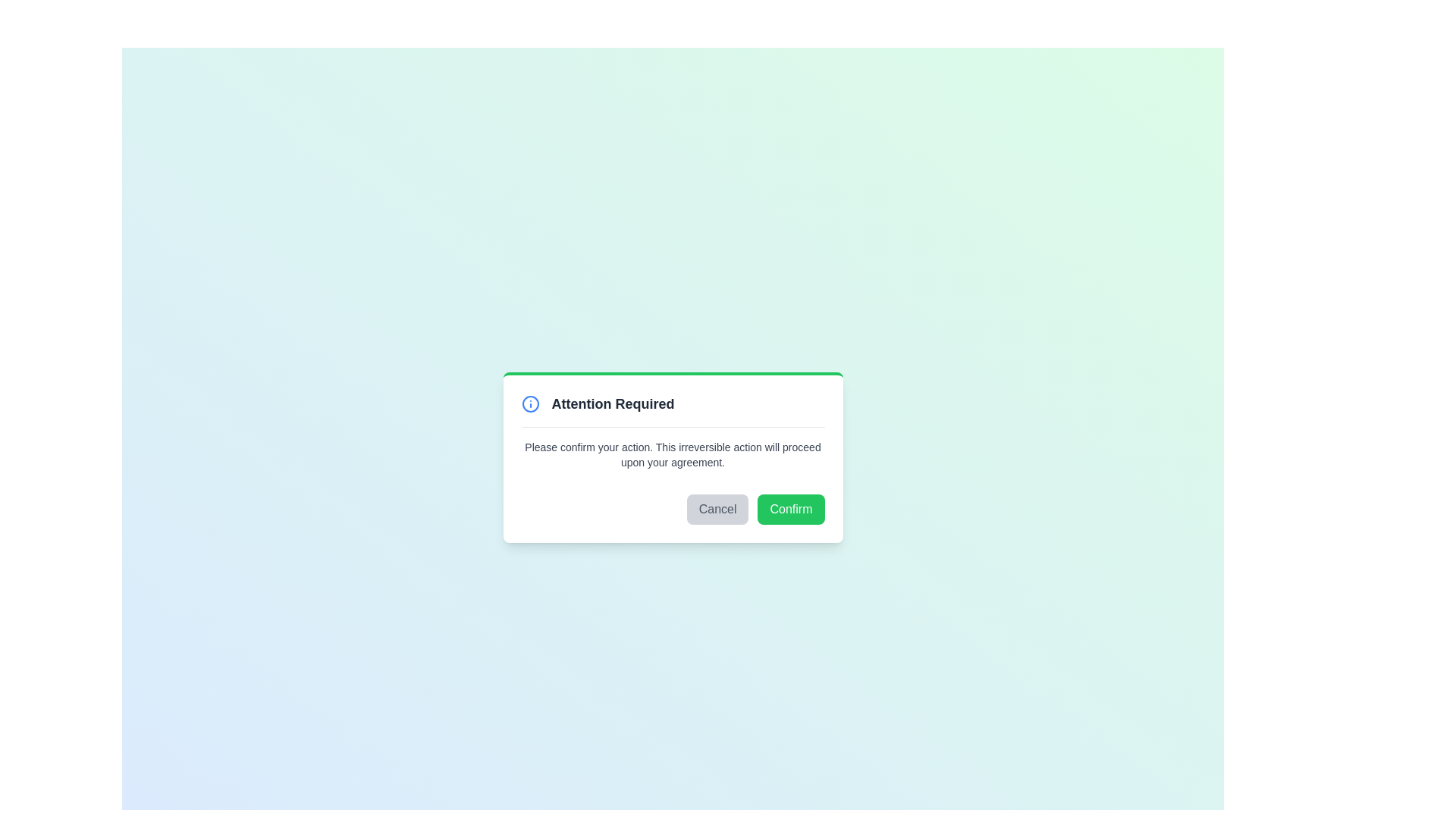 Image resolution: width=1456 pixels, height=819 pixels. What do you see at coordinates (672, 409) in the screenshot?
I see `the 'Attention Required' header text, which is styled in bold and blue, to trigger the tooltip` at bounding box center [672, 409].